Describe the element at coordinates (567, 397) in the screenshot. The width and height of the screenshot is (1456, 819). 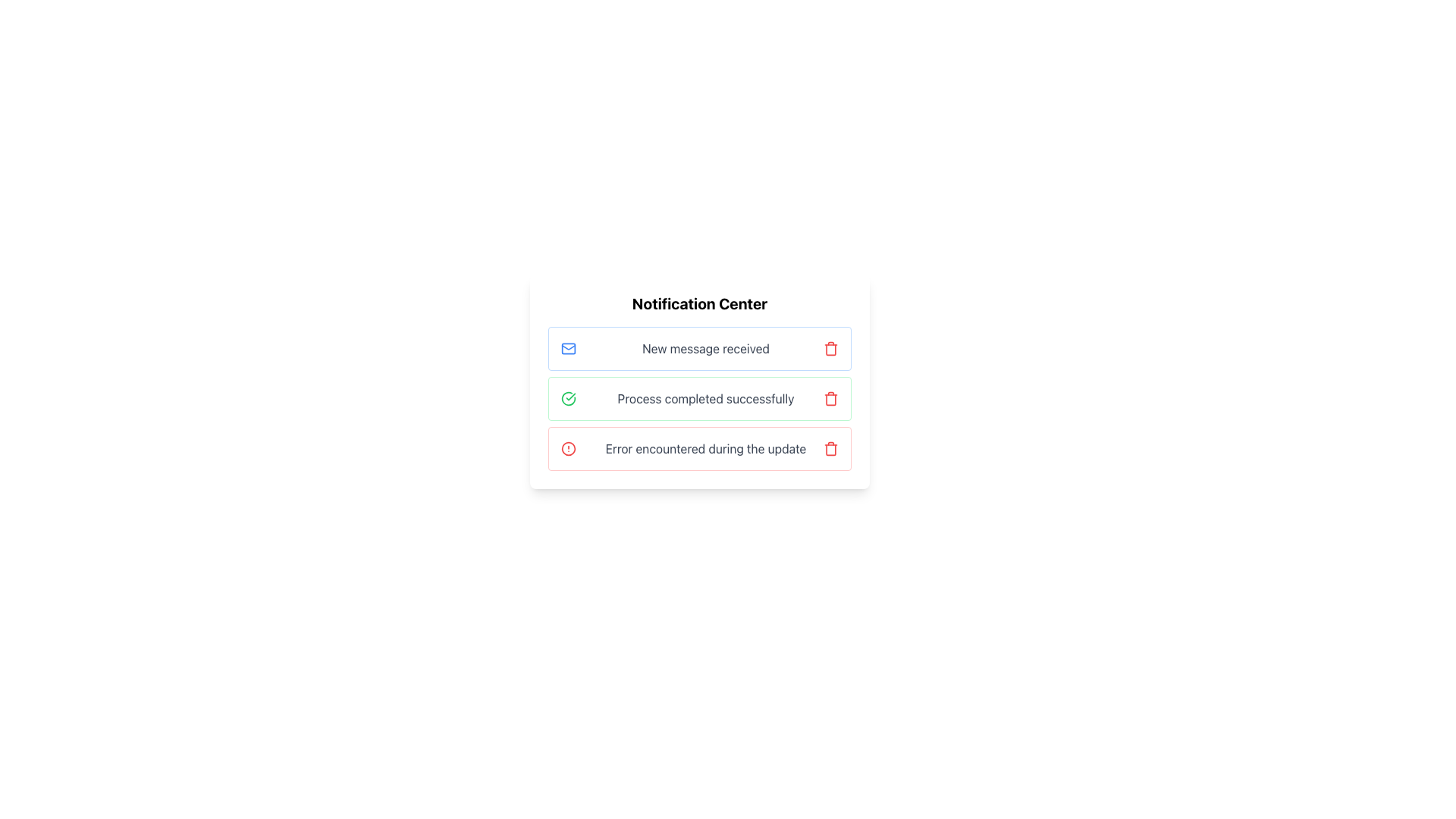
I see `the success indicator icon located on the left part of the second notification item that conveys a successful process completion` at that location.